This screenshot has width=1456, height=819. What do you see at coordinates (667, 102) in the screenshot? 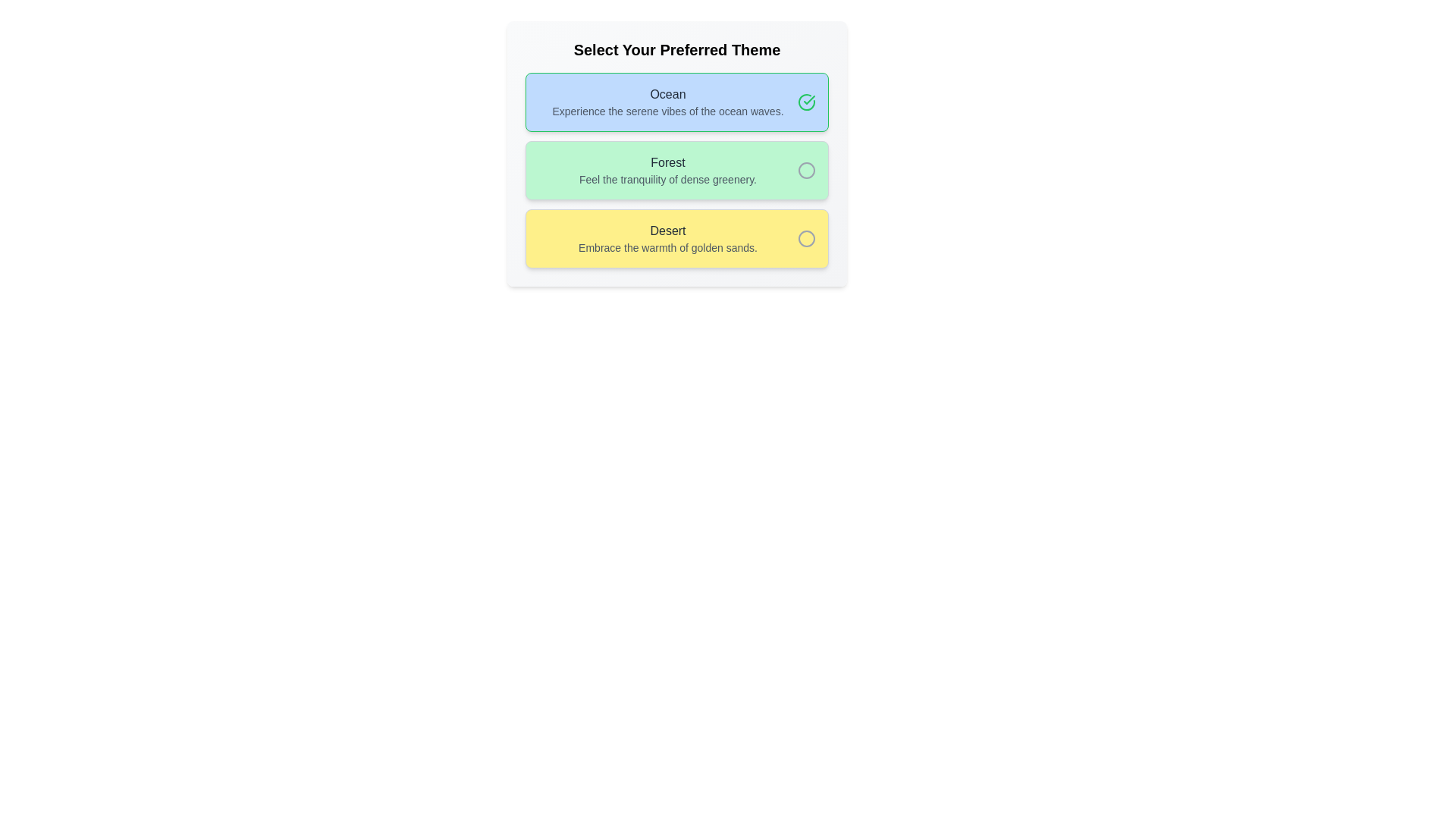
I see `the text block containing 'Ocean' and 'Experience the serene vibes of the ocean waves.'` at bounding box center [667, 102].